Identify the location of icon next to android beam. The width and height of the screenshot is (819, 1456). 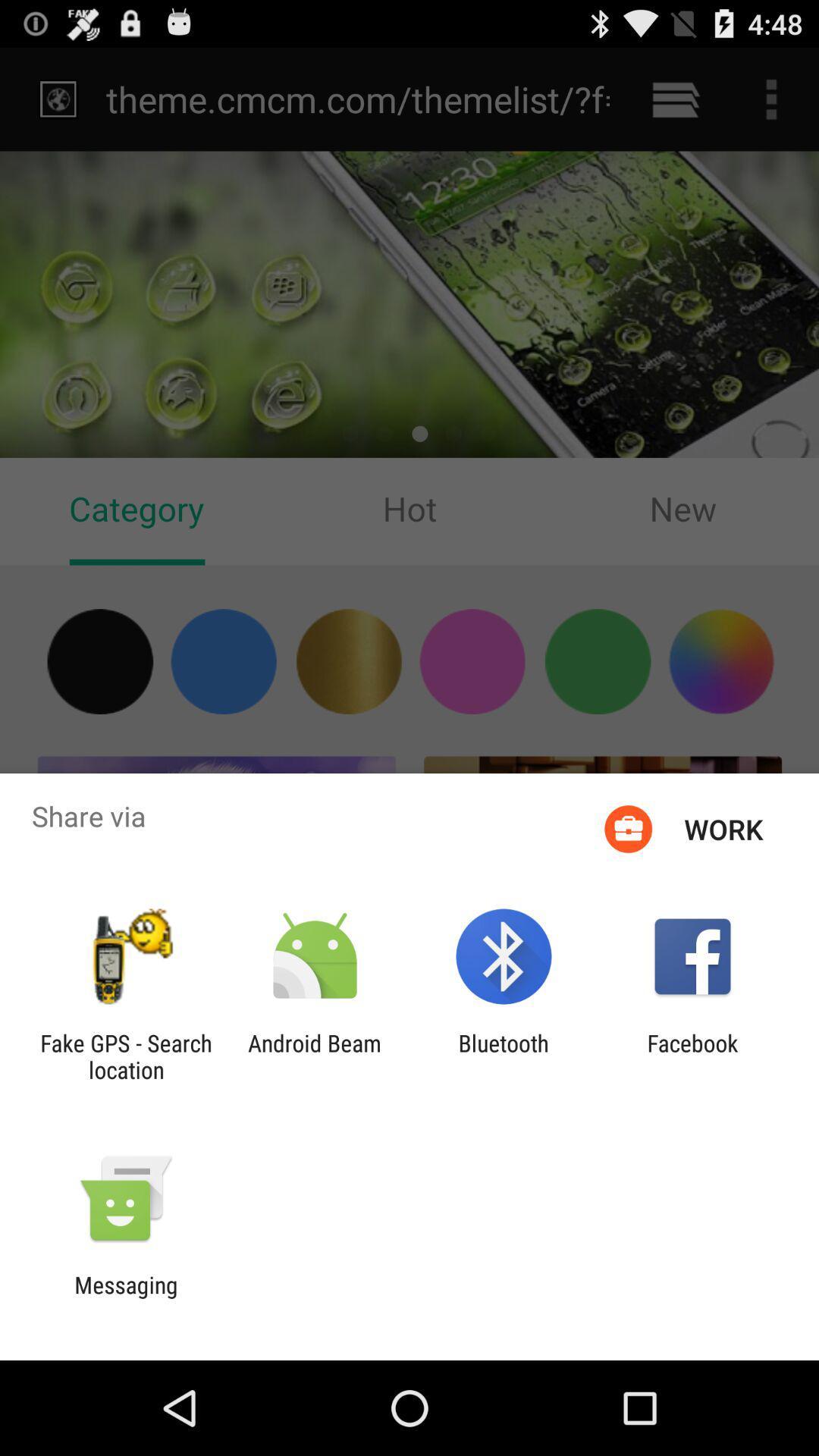
(125, 1056).